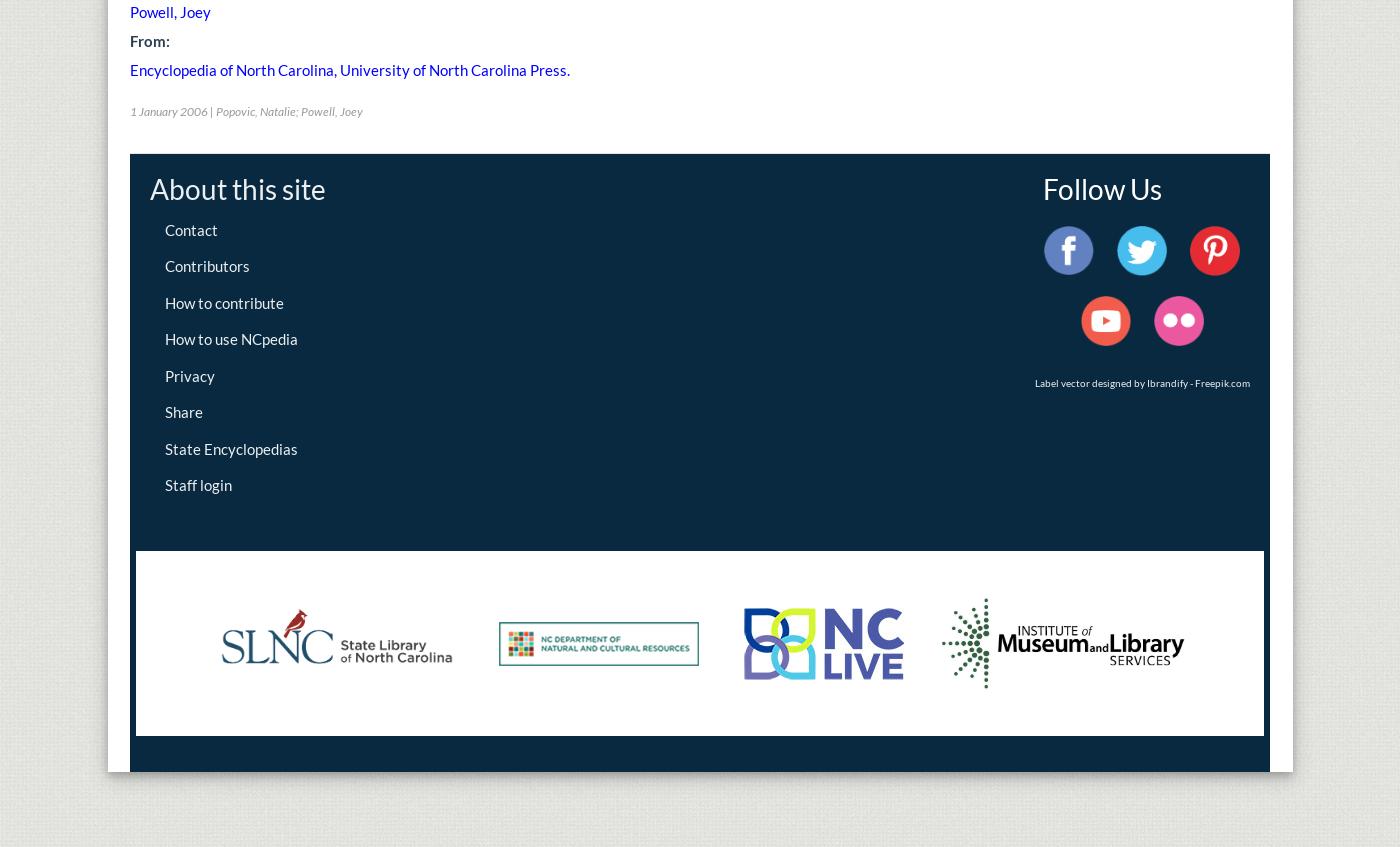  Describe the element at coordinates (189, 373) in the screenshot. I see `'Privacy'` at that location.